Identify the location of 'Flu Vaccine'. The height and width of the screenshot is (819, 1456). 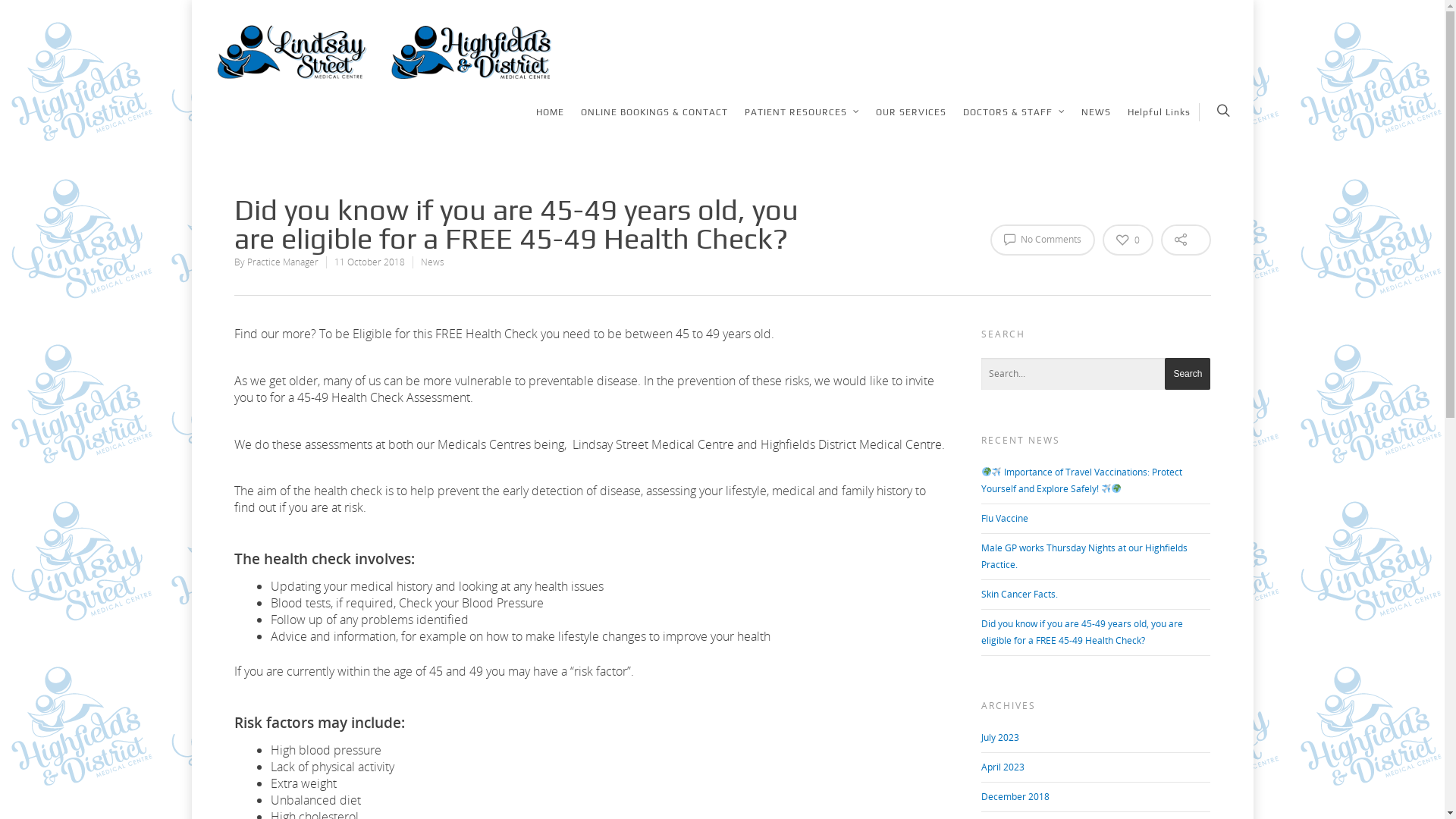
(981, 517).